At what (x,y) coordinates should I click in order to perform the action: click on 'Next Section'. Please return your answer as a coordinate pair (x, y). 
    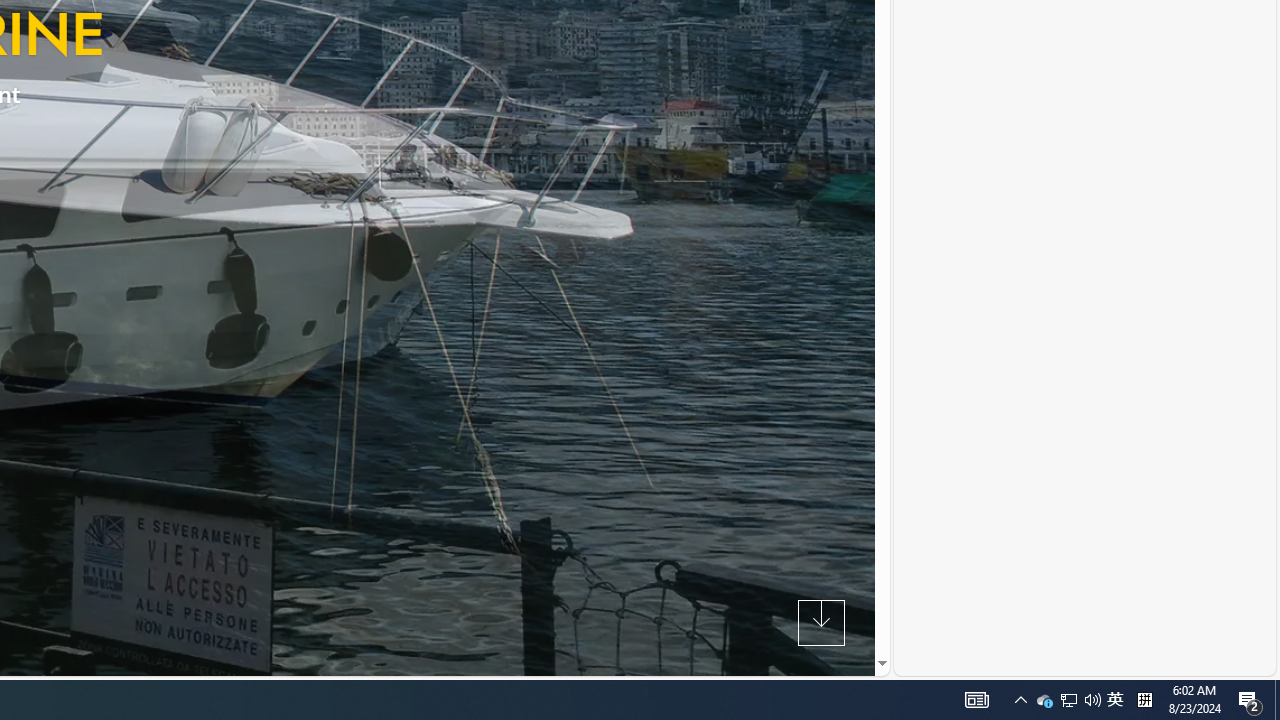
    Looking at the image, I should click on (821, 621).